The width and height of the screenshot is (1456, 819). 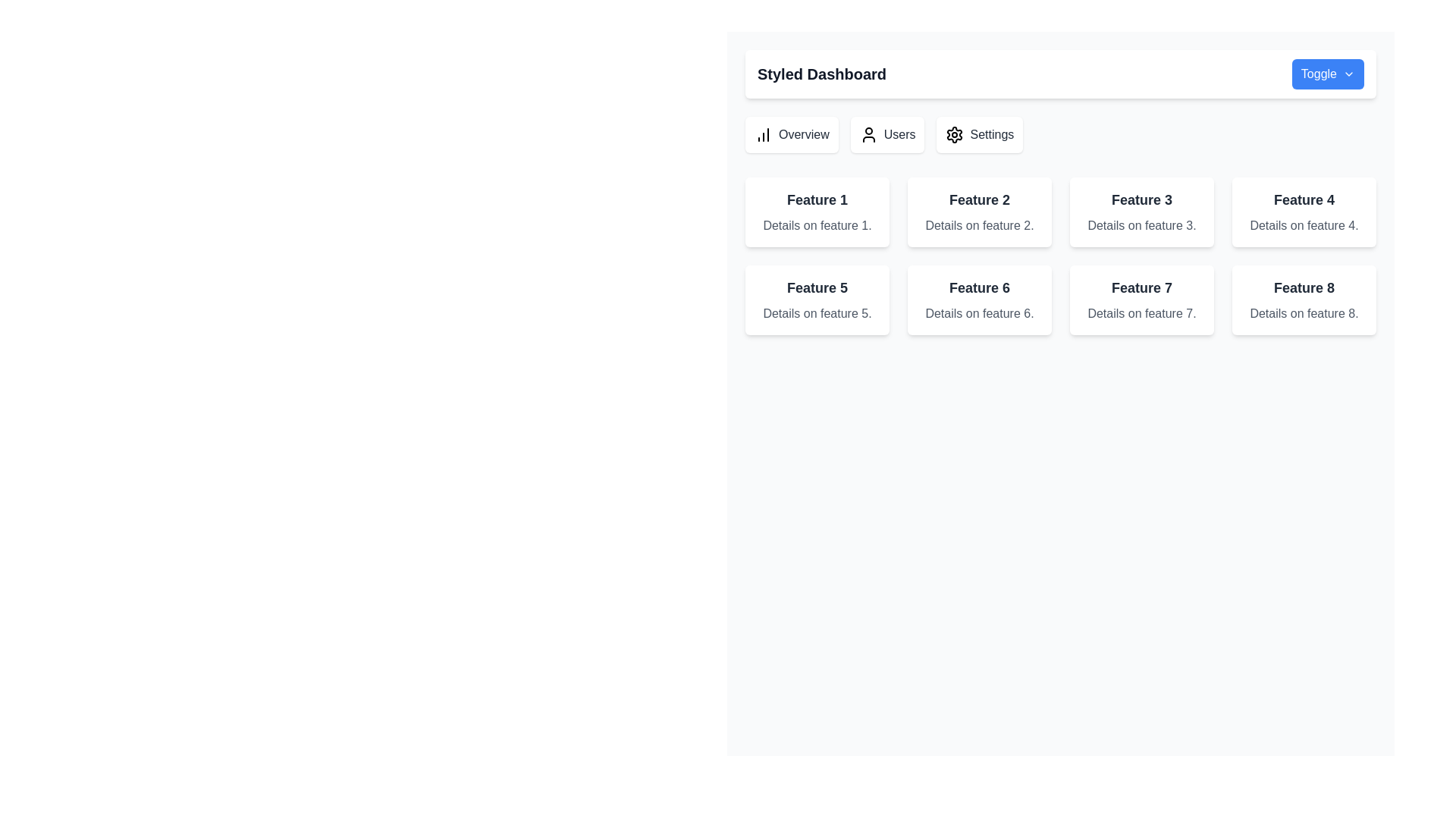 What do you see at coordinates (887, 133) in the screenshot?
I see `the 'Users' button, which is the second button in a horizontal group of three buttons, located below the header` at bounding box center [887, 133].